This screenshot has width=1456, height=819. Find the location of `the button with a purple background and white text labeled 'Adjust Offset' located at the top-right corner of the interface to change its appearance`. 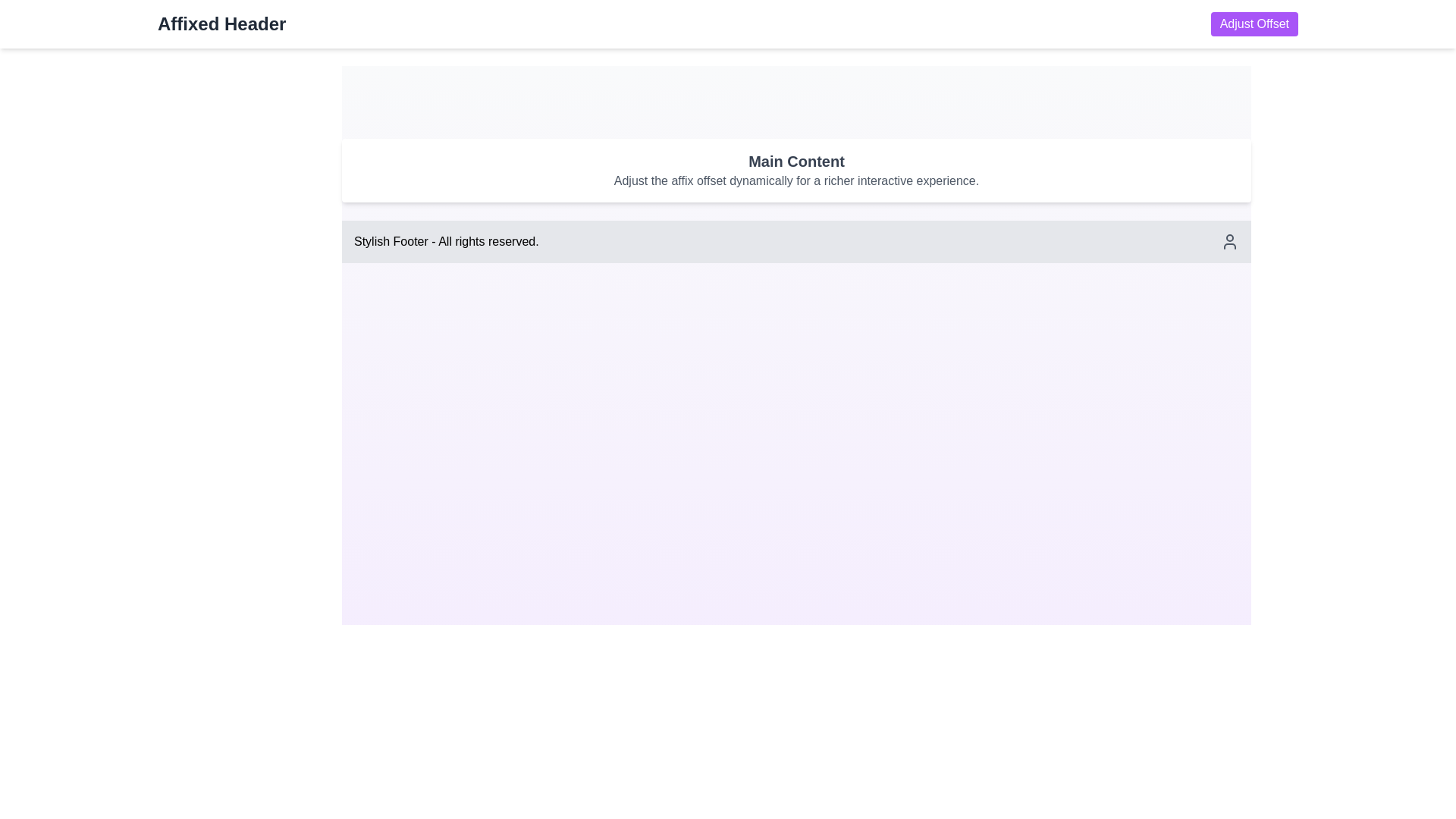

the button with a purple background and white text labeled 'Adjust Offset' located at the top-right corner of the interface to change its appearance is located at coordinates (1254, 24).